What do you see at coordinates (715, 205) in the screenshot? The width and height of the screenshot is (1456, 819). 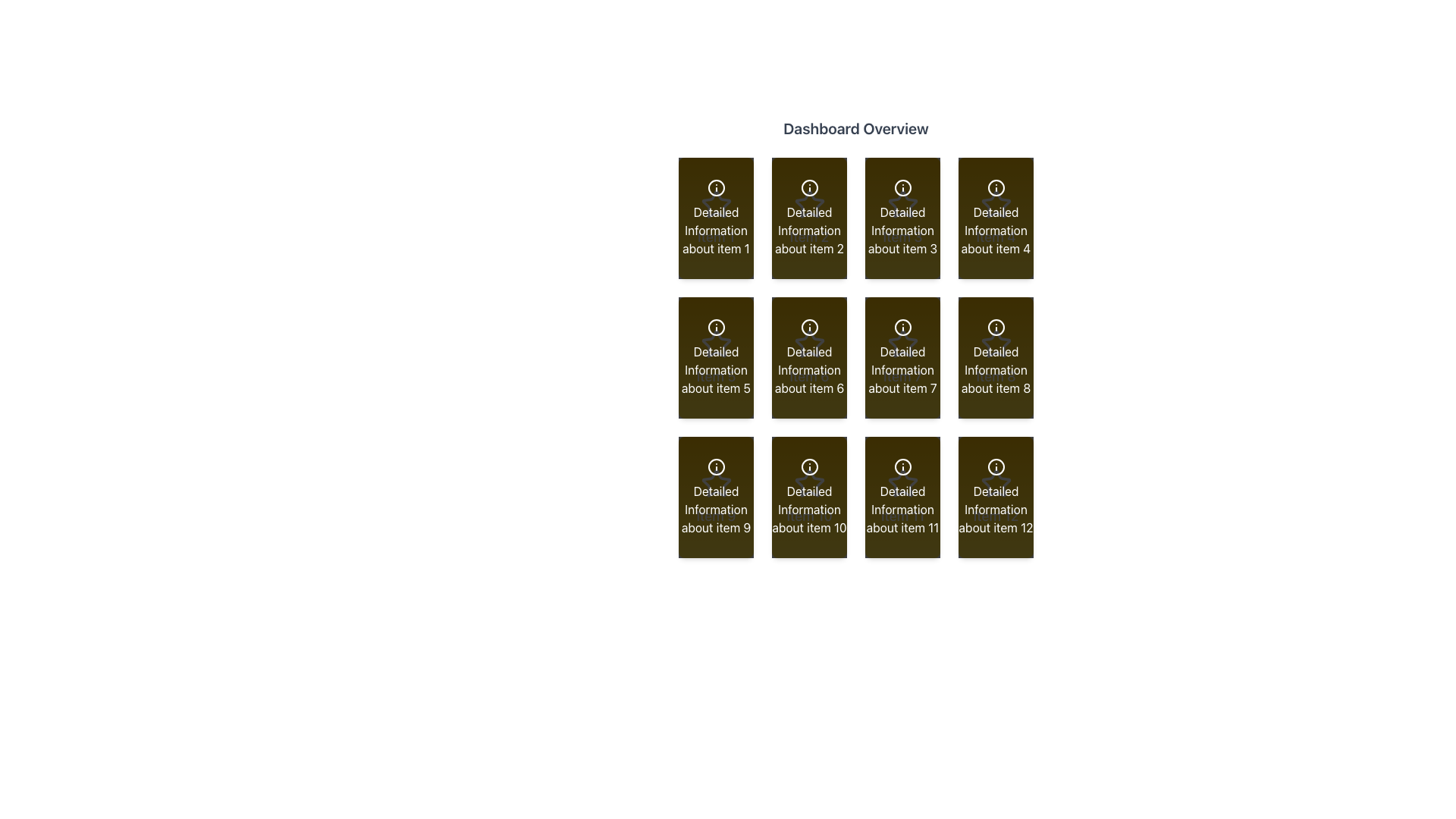 I see `the star icon outlined in white, located in the top-left card labeled 'Item 1', which is above the text 'Detailed Information about item 1'` at bounding box center [715, 205].